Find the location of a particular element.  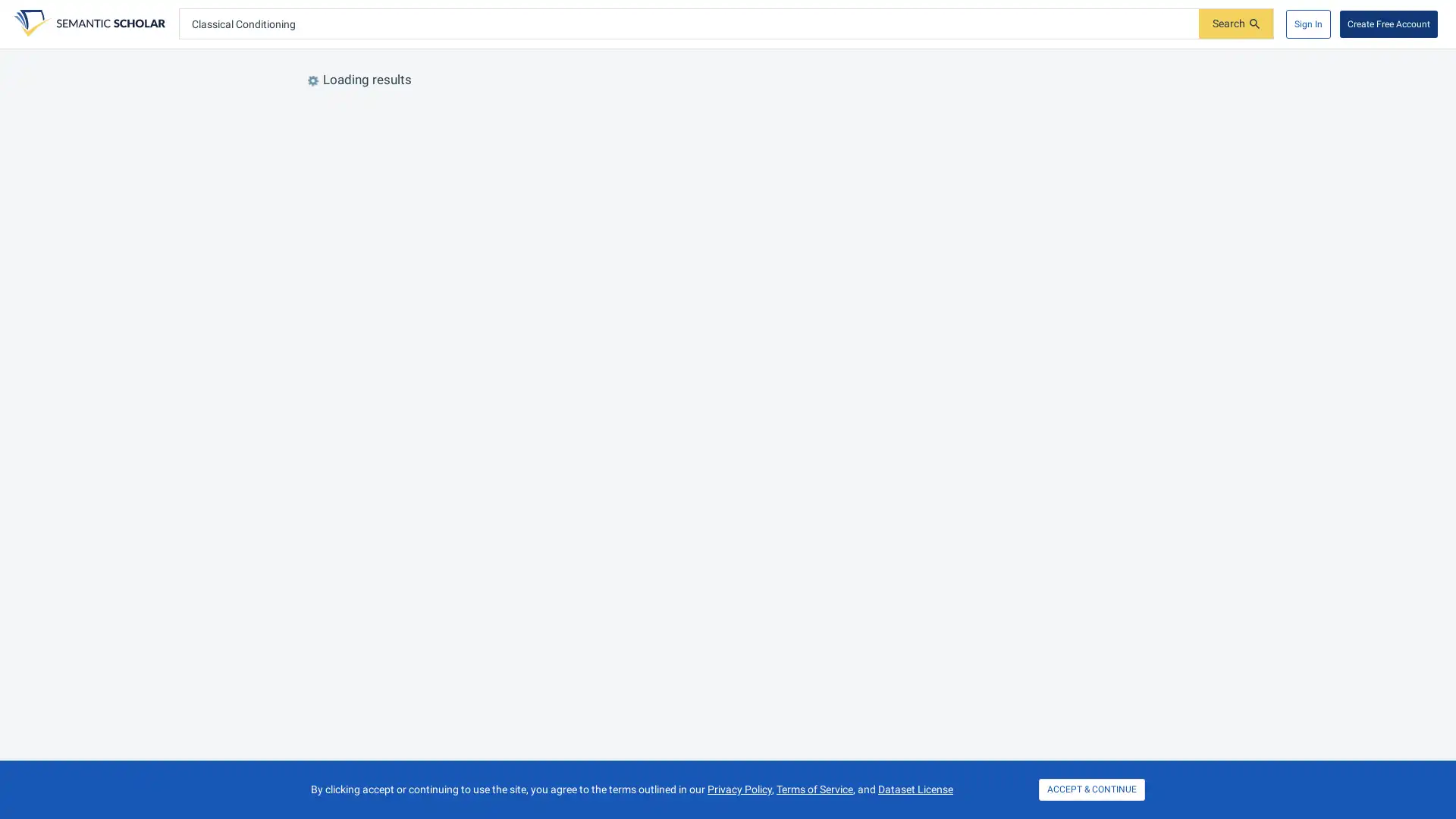

Turn on email alert for this paper is located at coordinates (535, 415).